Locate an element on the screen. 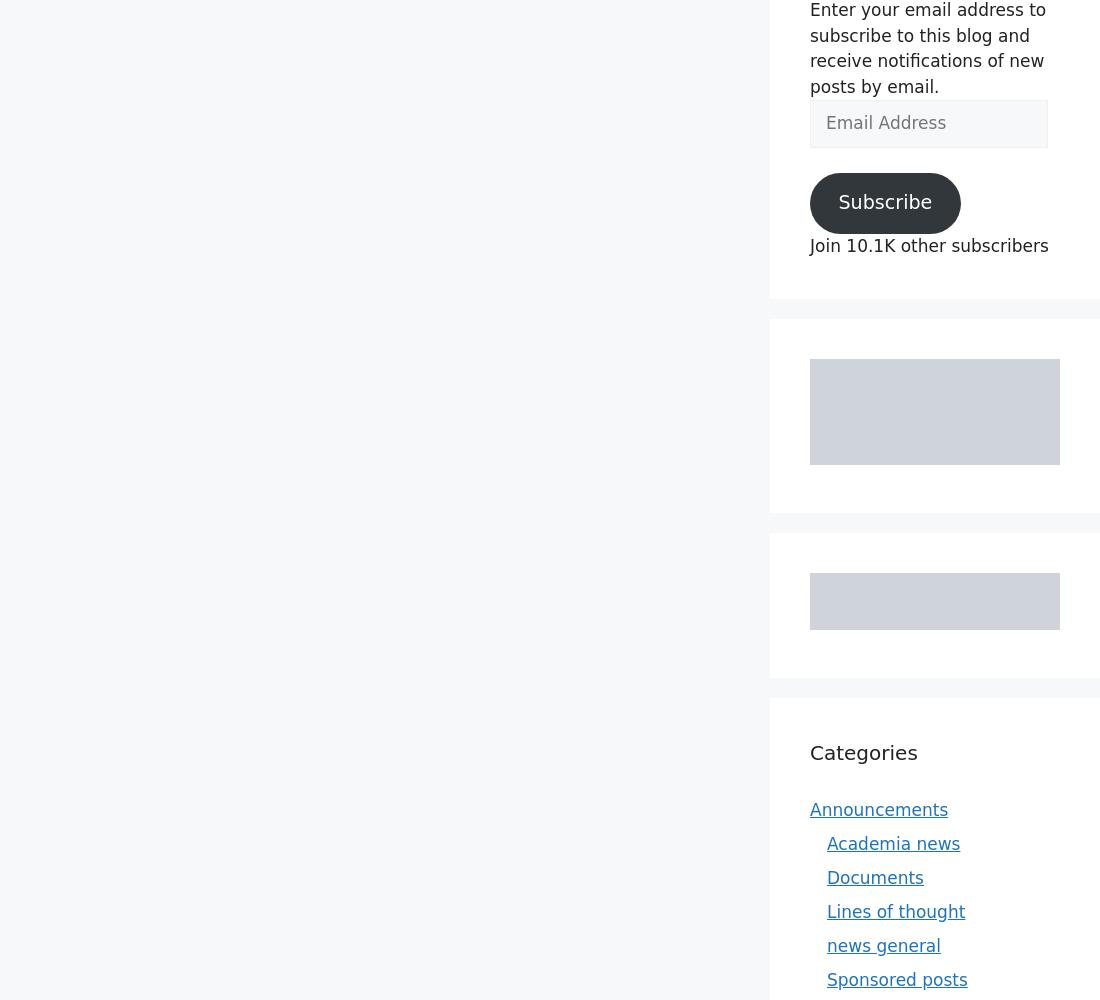 Image resolution: width=1100 pixels, height=1000 pixels. 'Enter your email address to subscribe to this blog and receive notifications of new posts by email.' is located at coordinates (927, 48).